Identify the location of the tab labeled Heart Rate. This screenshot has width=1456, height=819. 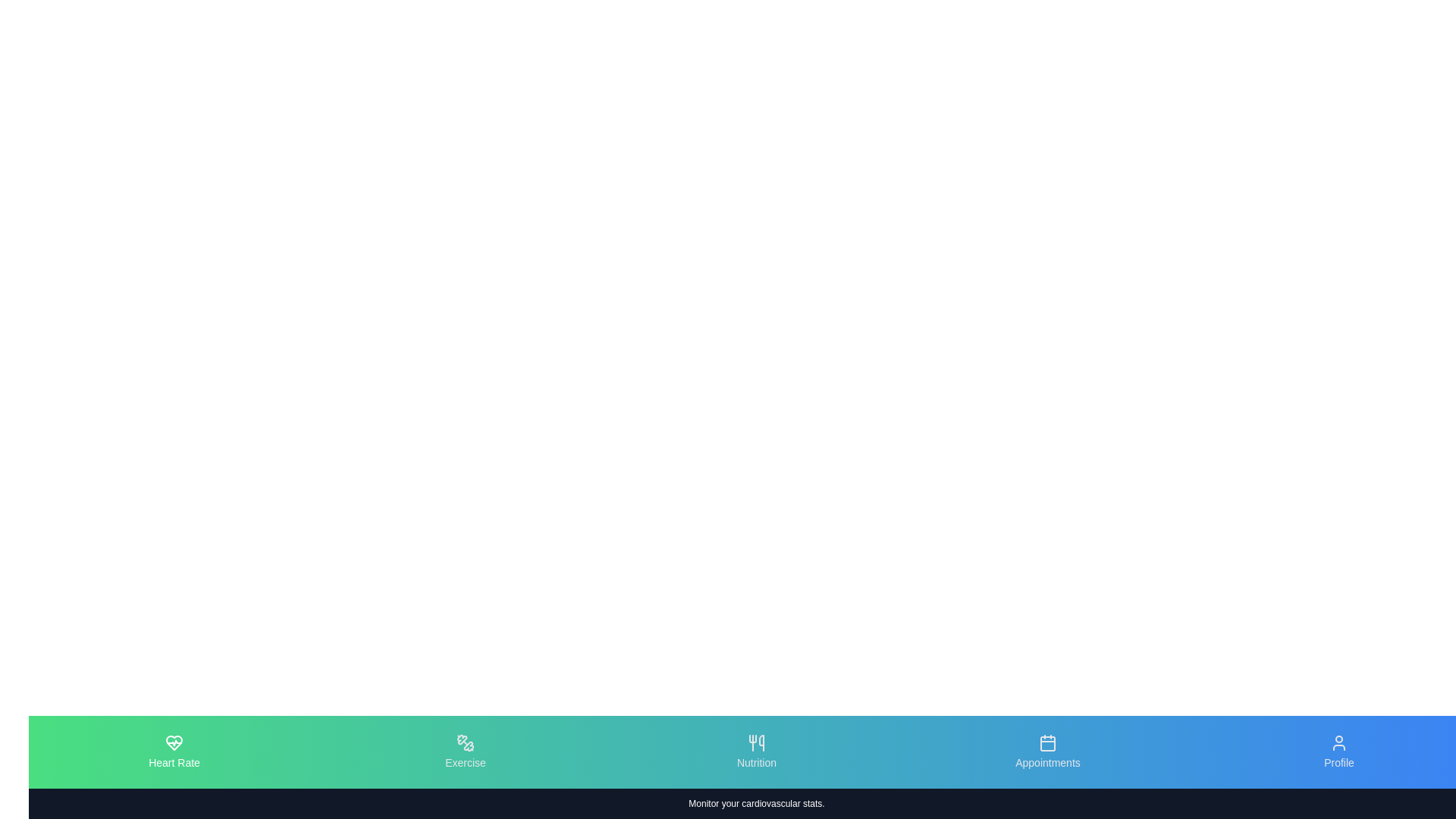
(174, 752).